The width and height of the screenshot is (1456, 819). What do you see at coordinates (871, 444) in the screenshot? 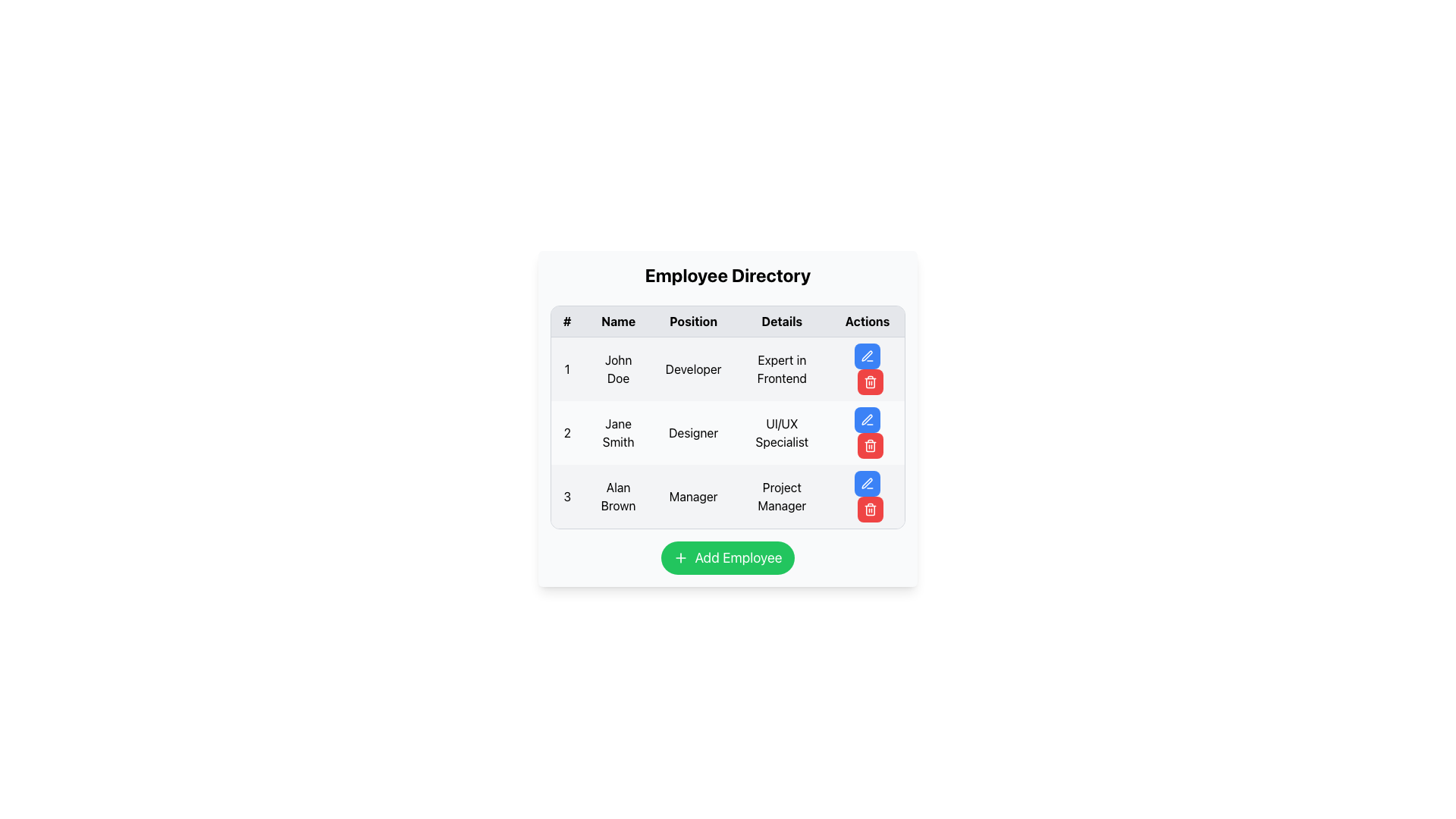
I see `the red rounded rectangle button with a white trash can icon located to the right of the row for Jane Smith, Designer in the Actions column` at bounding box center [871, 444].